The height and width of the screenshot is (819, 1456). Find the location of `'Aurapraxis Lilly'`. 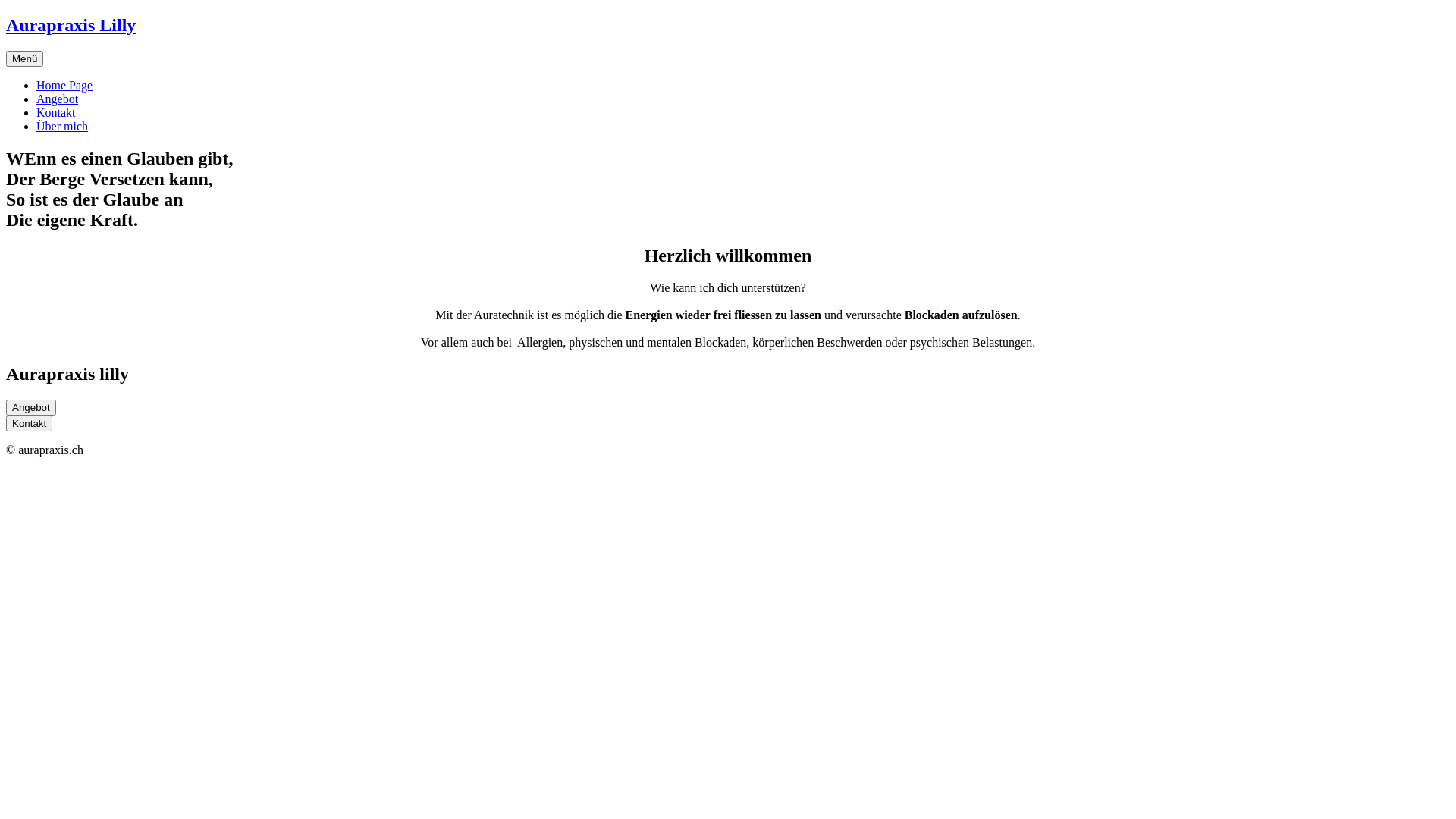

'Aurapraxis Lilly' is located at coordinates (6, 25).